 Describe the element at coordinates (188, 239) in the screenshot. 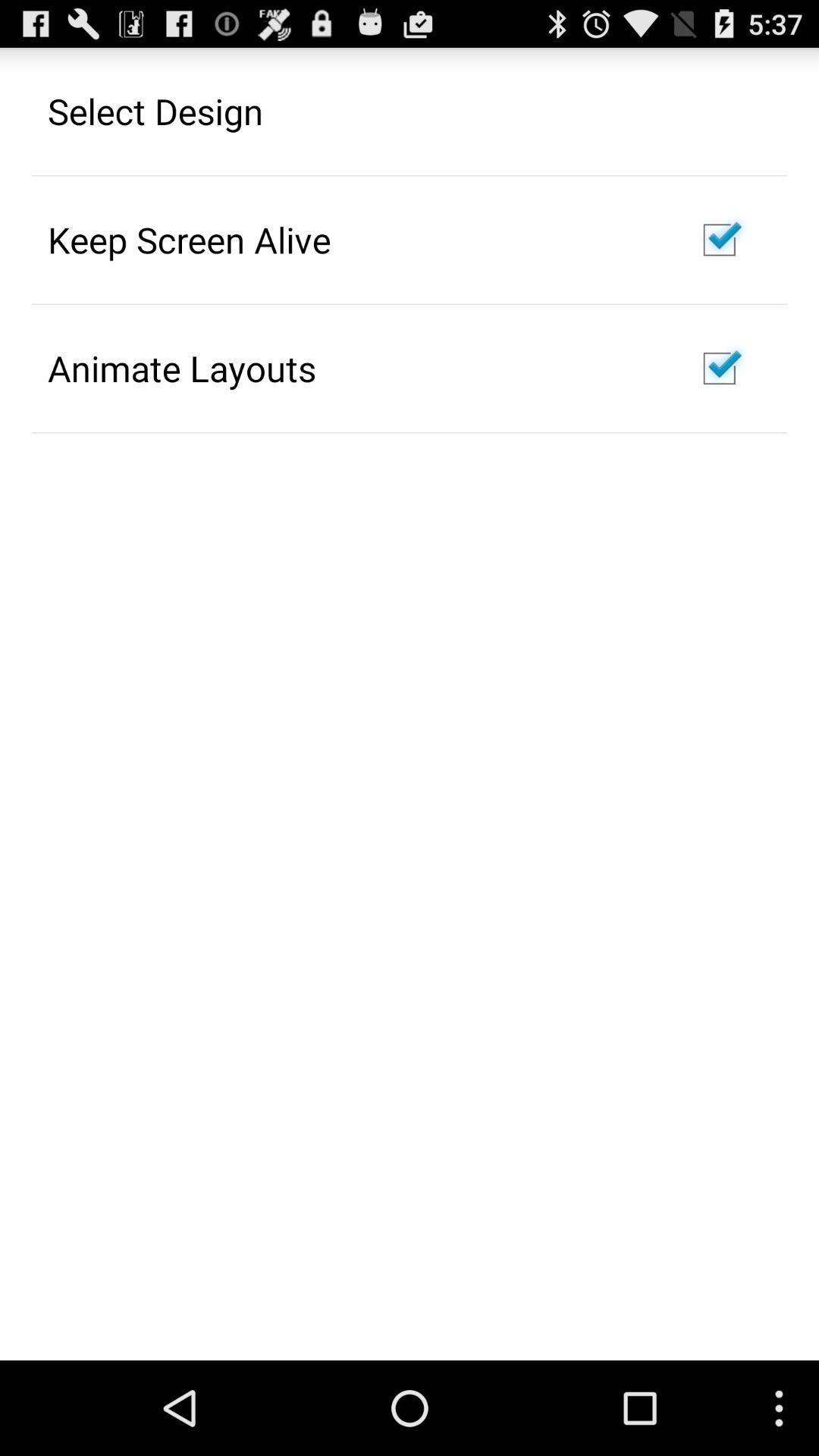

I see `keep screen alive icon` at that location.